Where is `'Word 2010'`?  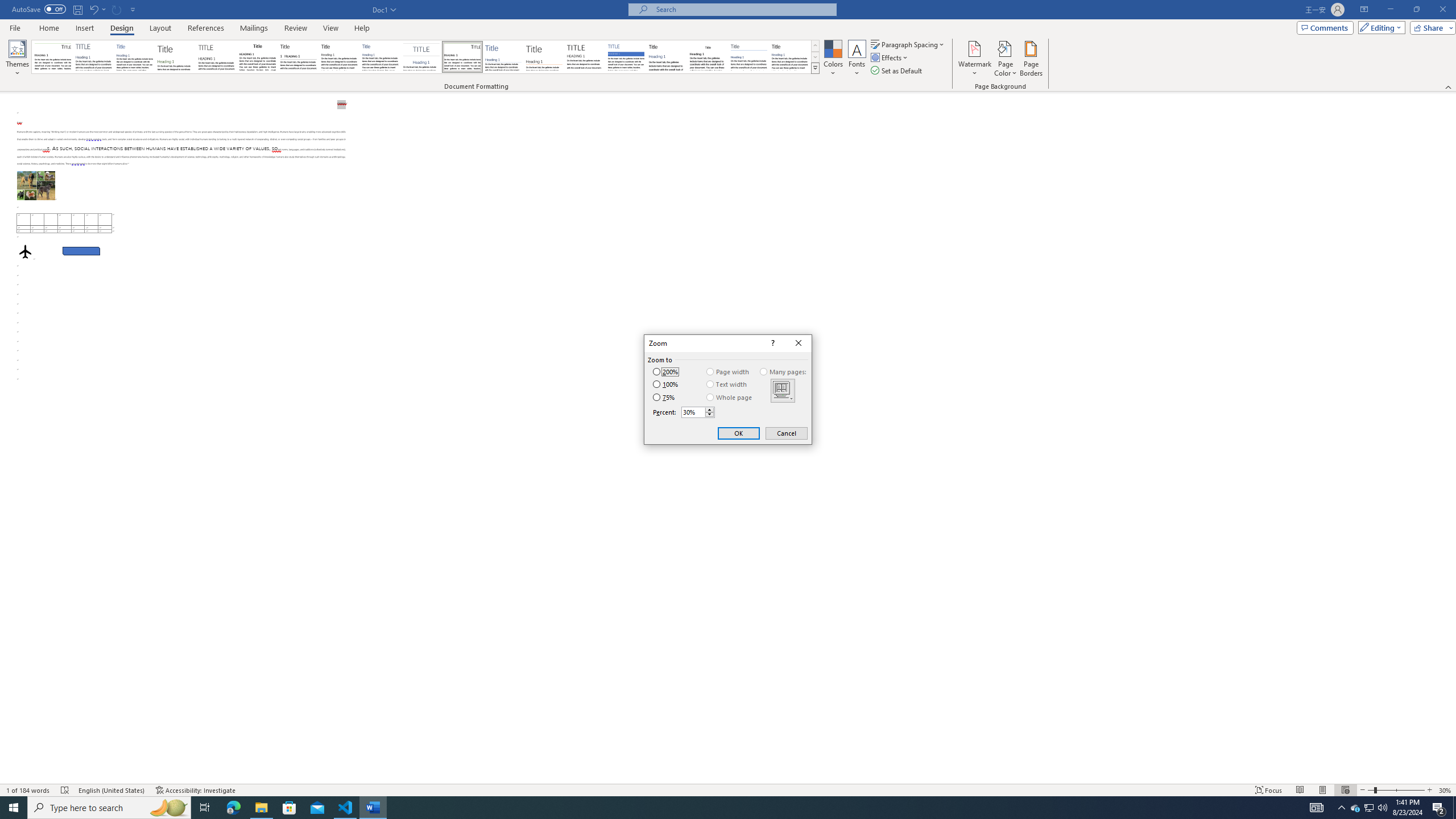
'Word 2010' is located at coordinates (748, 56).